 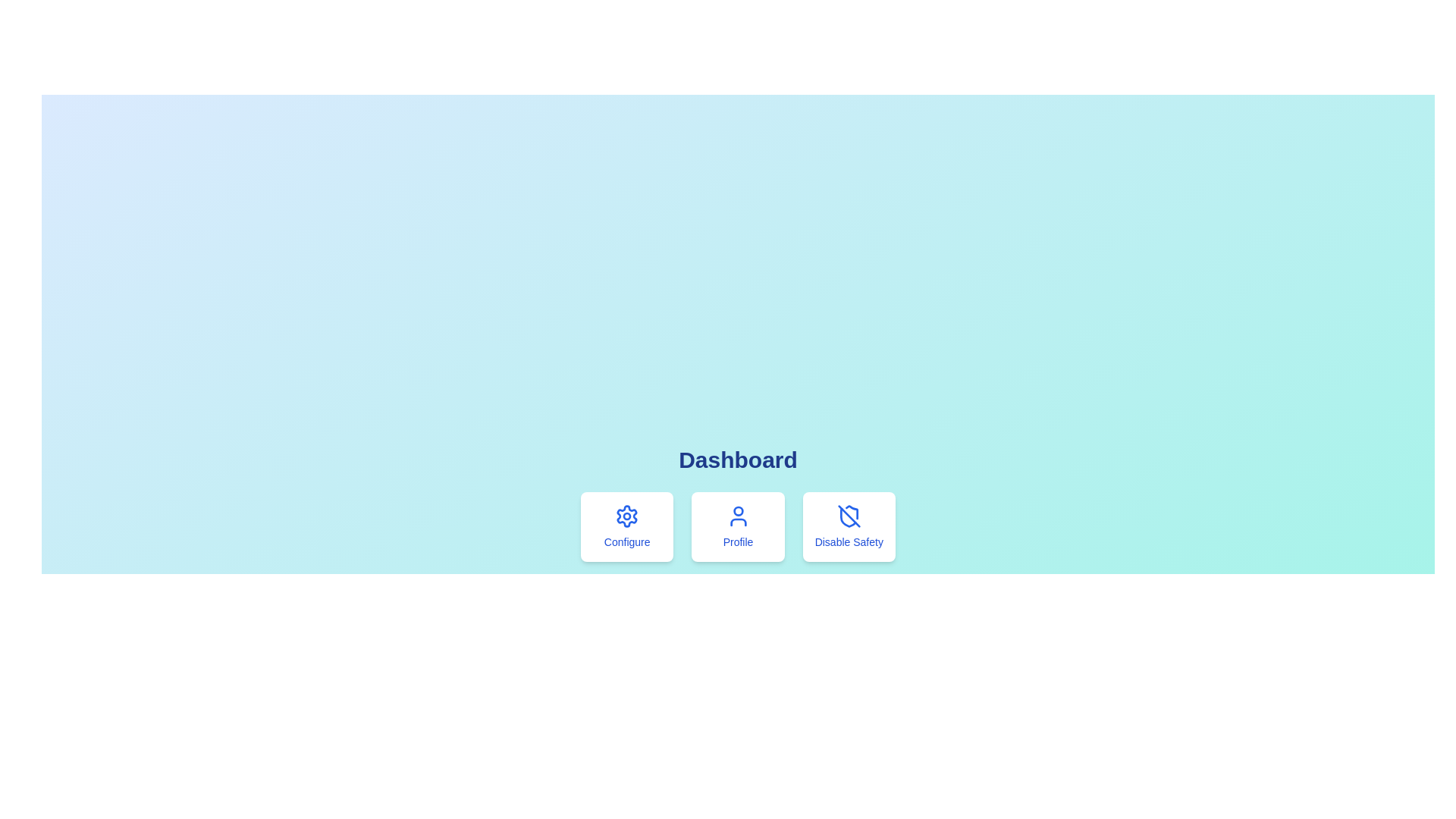 I want to click on the descriptive text label for 'Disable Safety' located at the bottom-center of the rightmost card element, so click(x=848, y=541).